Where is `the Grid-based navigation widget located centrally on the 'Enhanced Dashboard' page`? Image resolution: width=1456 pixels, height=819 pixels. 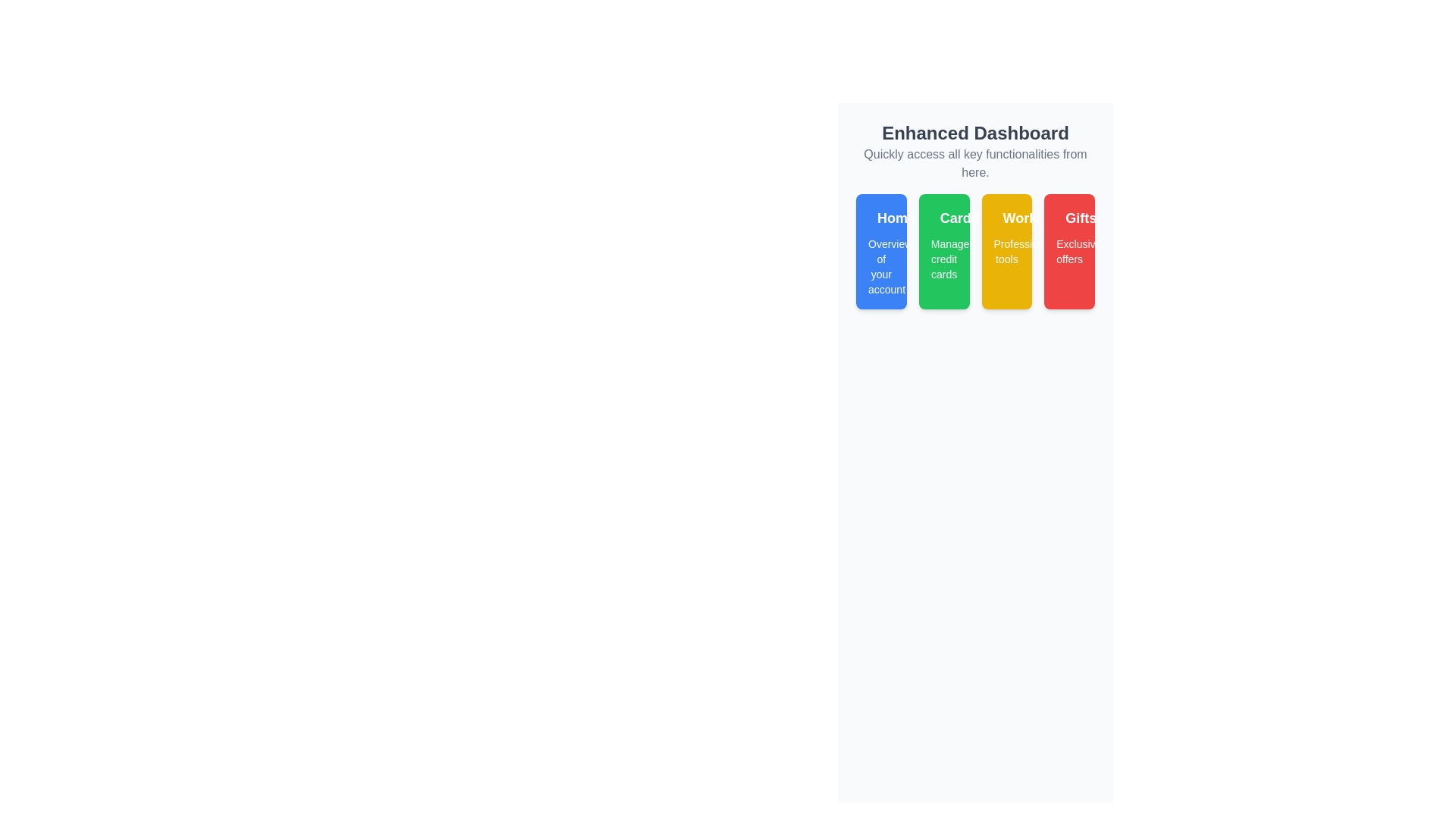
the Grid-based navigation widget located centrally on the 'Enhanced Dashboard' page is located at coordinates (975, 250).